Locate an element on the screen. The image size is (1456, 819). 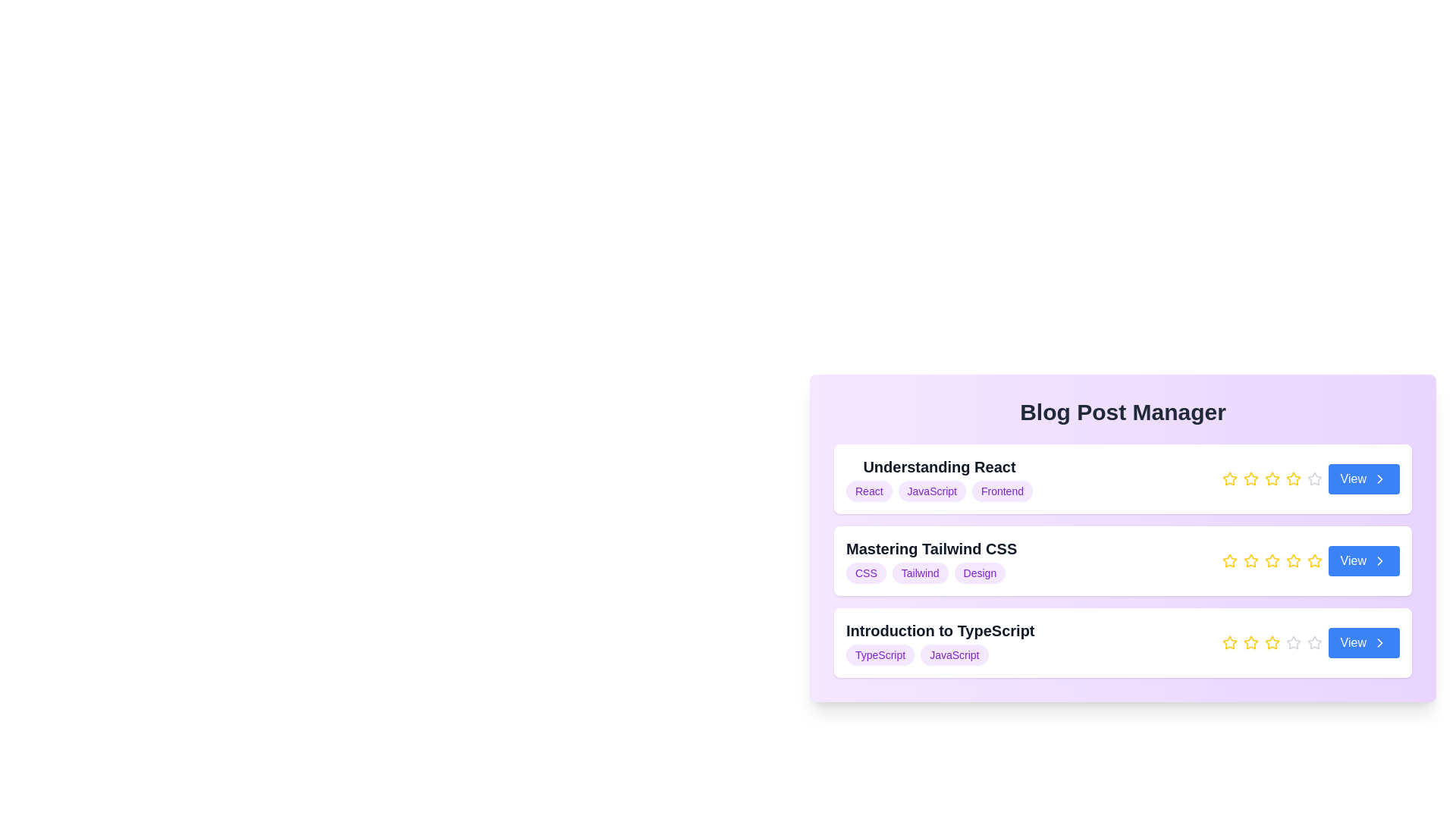
the third yellow star icon in the rating section for the 'Mastering Tailwind CSS' item in the 'Blog Post Manager' to rate it is located at coordinates (1310, 561).